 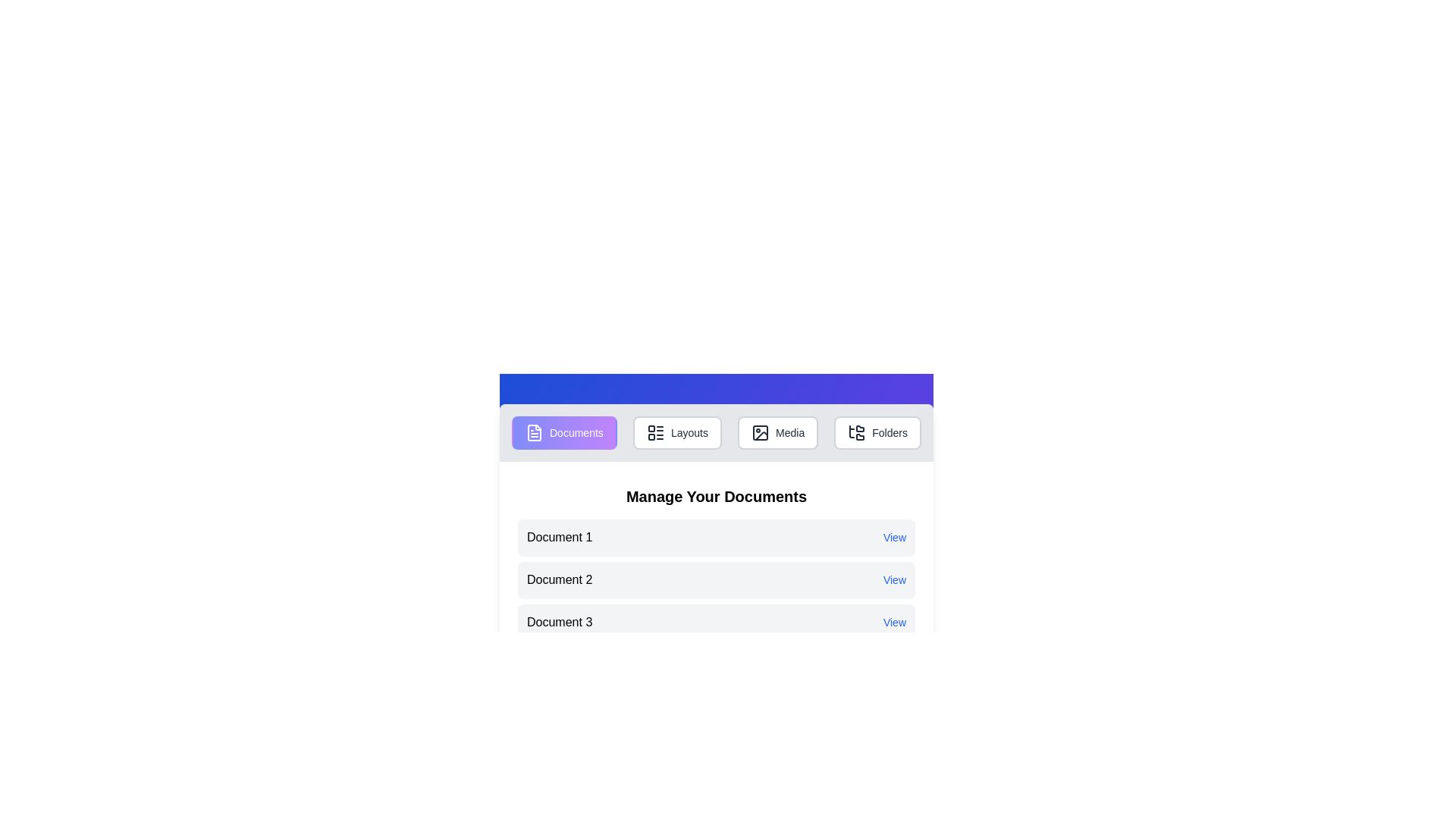 I want to click on the hyperlink styled as an interactive text link for 'Document 2' located in the rightmost segment of the second row under 'Manage Your Documents', so click(x=895, y=579).